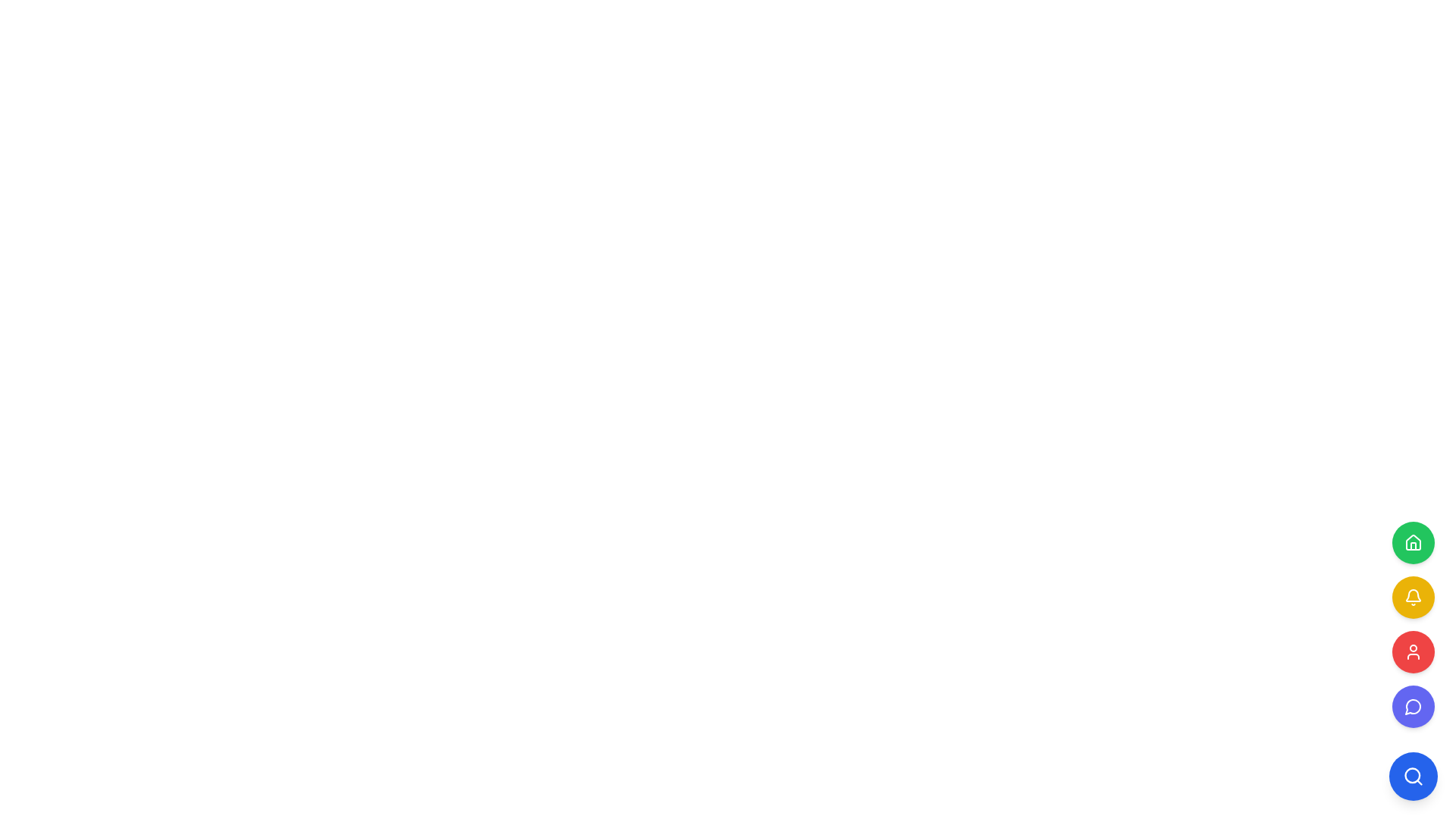 This screenshot has height=819, width=1456. Describe the element at coordinates (1412, 707) in the screenshot. I see `the circular icon button featuring a speech bubble outline with a blue background` at that location.